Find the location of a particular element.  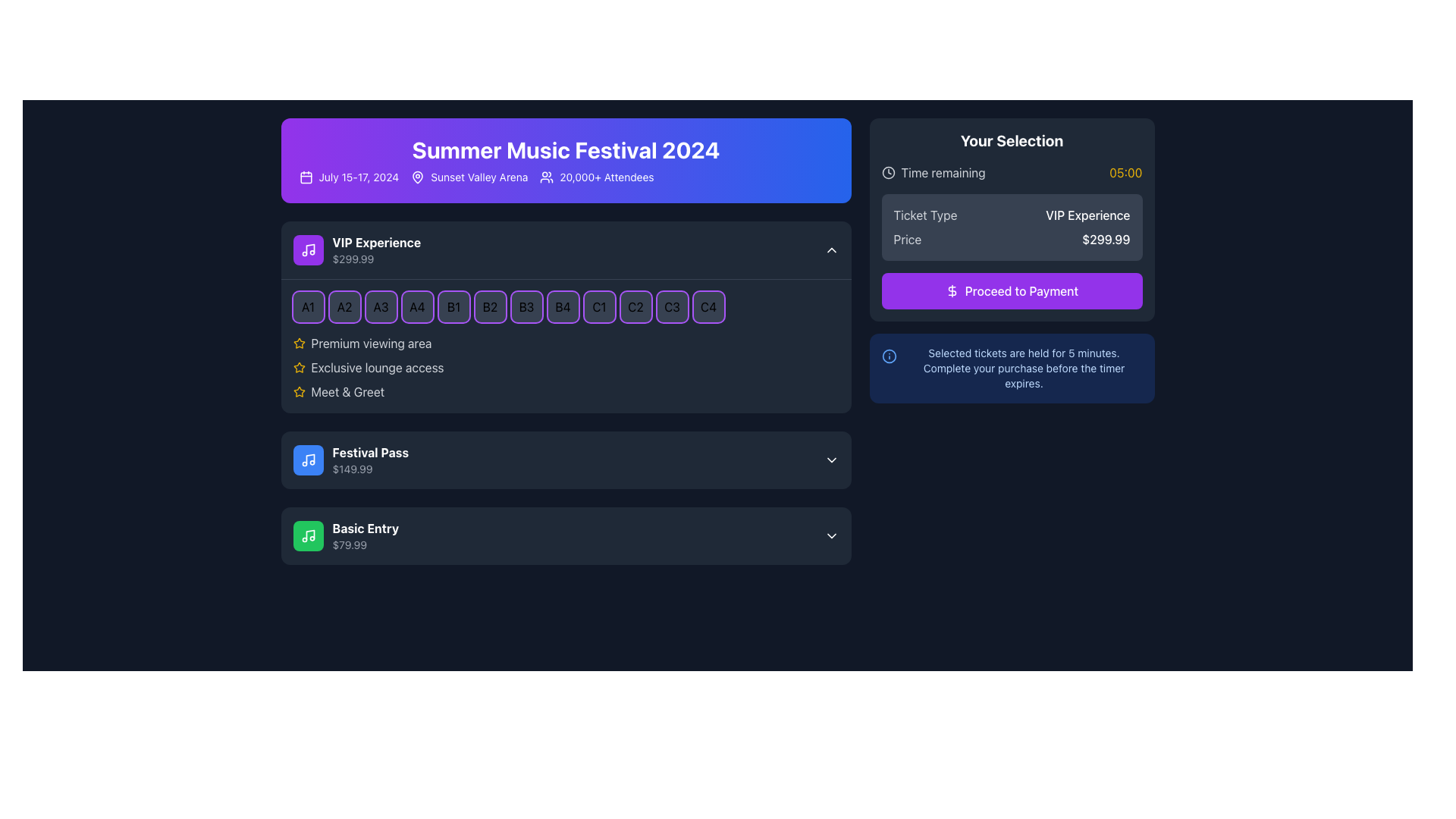

the 'C4' button is located at coordinates (708, 307).